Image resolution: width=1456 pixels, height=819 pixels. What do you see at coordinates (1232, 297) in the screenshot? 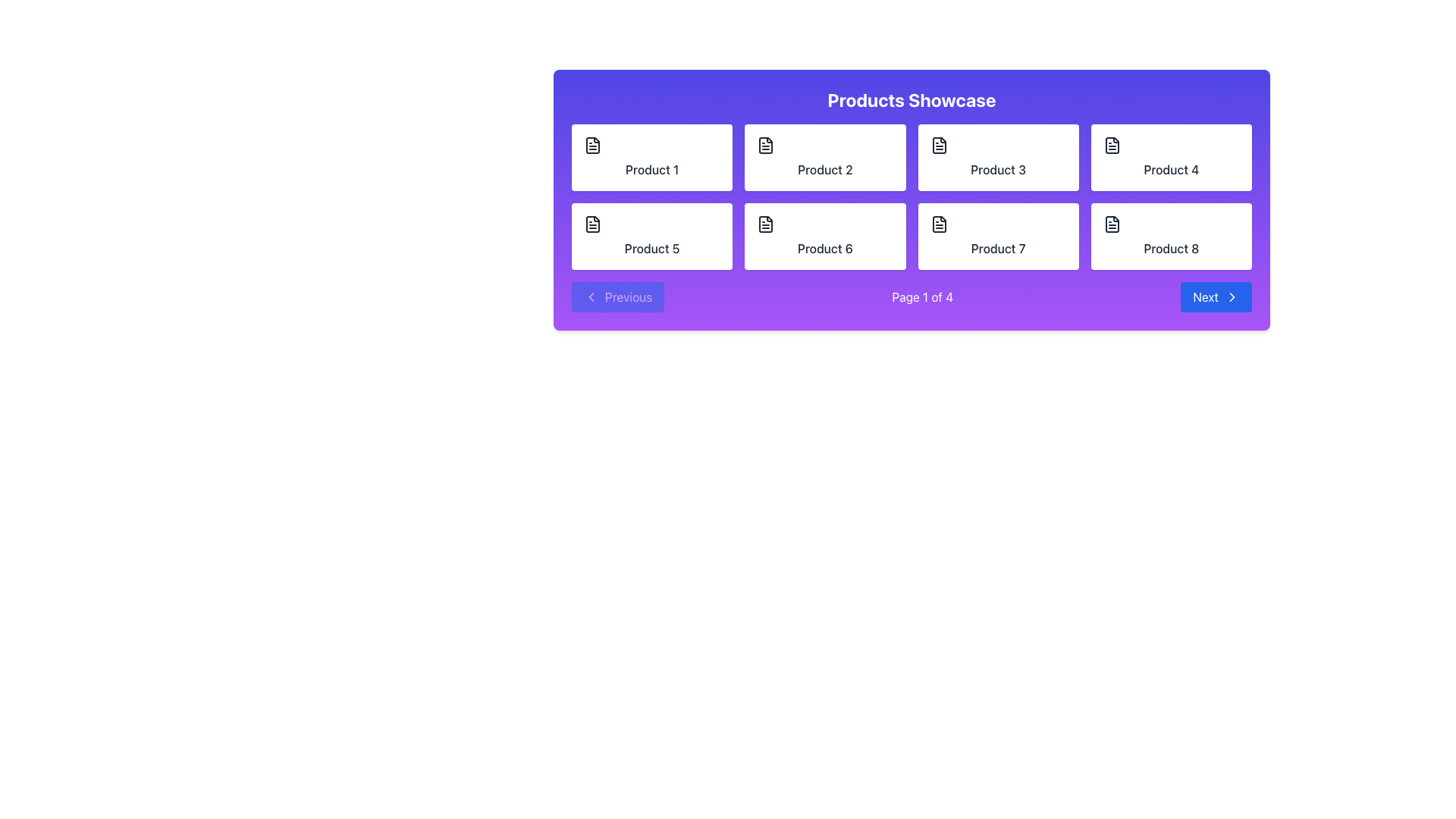
I see `the right-facing chevron SVG icon located near the 'Next' button in the bottom-right corner of the interface` at bounding box center [1232, 297].